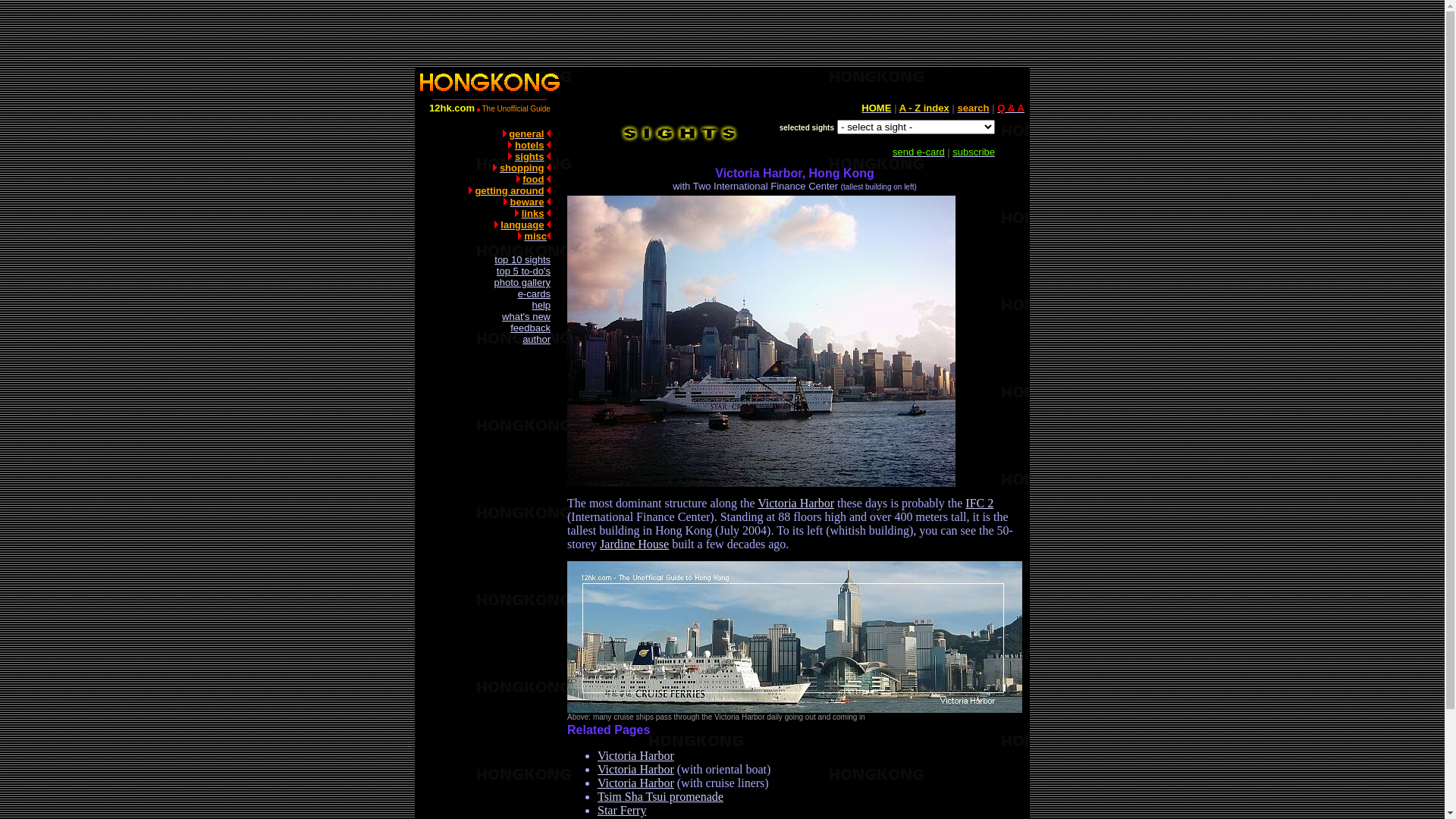 This screenshot has height=819, width=1456. Describe the element at coordinates (517, 293) in the screenshot. I see `'e-cards'` at that location.